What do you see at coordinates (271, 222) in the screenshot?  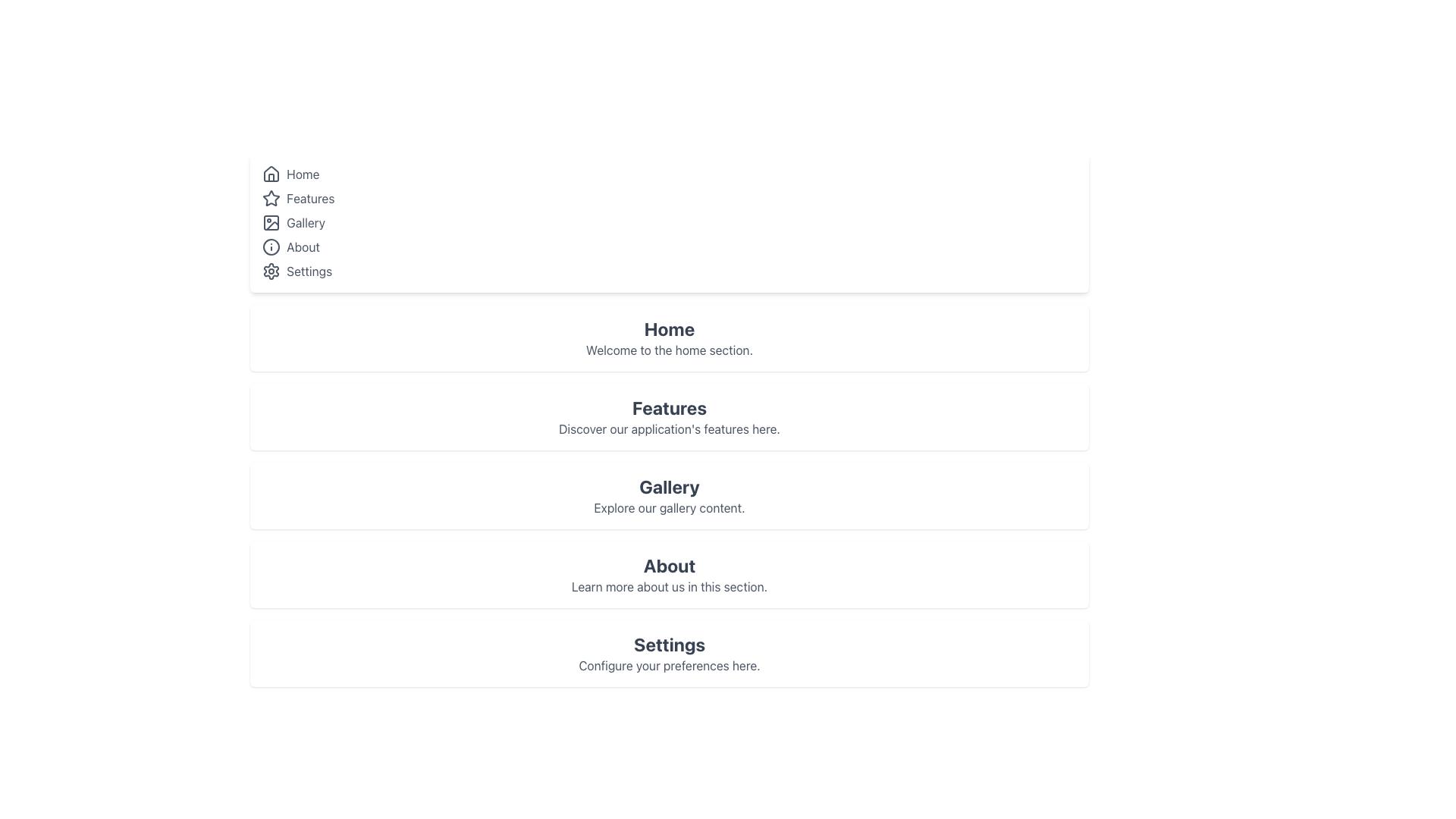 I see `the icon next to the text 'Gallery' in the vertical navigation menu, which is styled as an image with a rounded border and inner graphical elements like a circle and a diagonal line` at bounding box center [271, 222].